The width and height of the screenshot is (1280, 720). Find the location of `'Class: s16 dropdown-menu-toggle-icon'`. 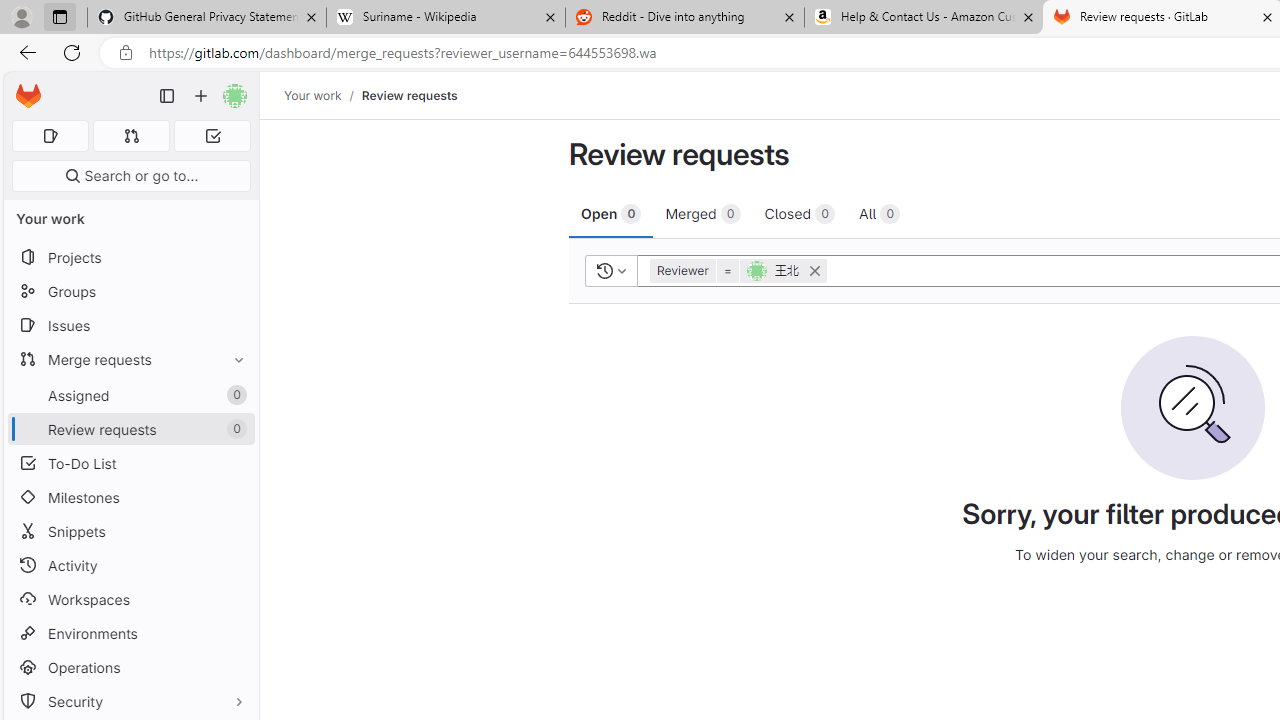

'Class: s16 dropdown-menu-toggle-icon' is located at coordinates (621, 270).